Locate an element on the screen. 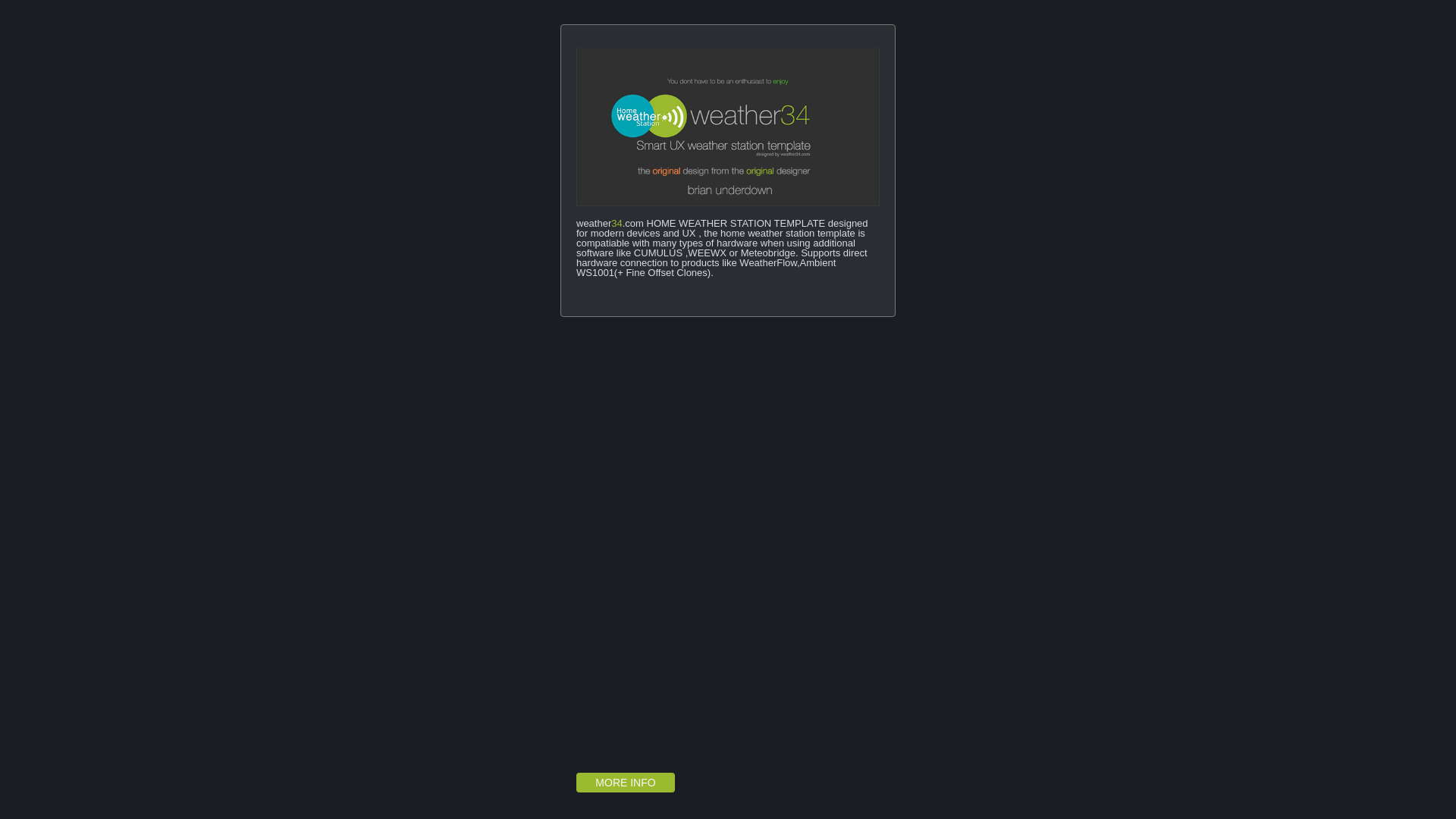 This screenshot has width=1456, height=819. 'MORE INFO' is located at coordinates (625, 783).